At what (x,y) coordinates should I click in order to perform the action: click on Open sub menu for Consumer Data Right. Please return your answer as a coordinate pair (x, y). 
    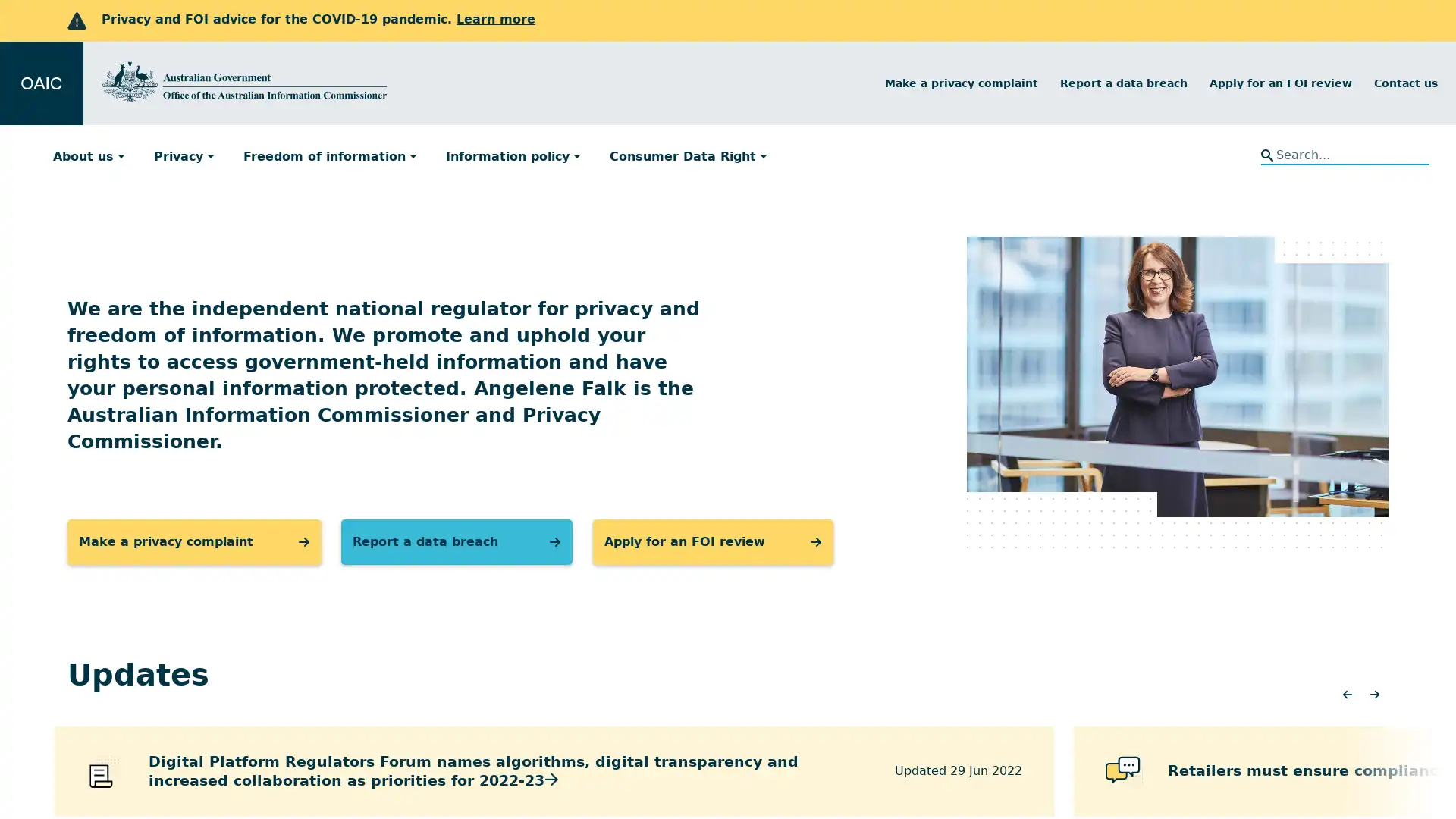
    Looking at the image, I should click on (769, 155).